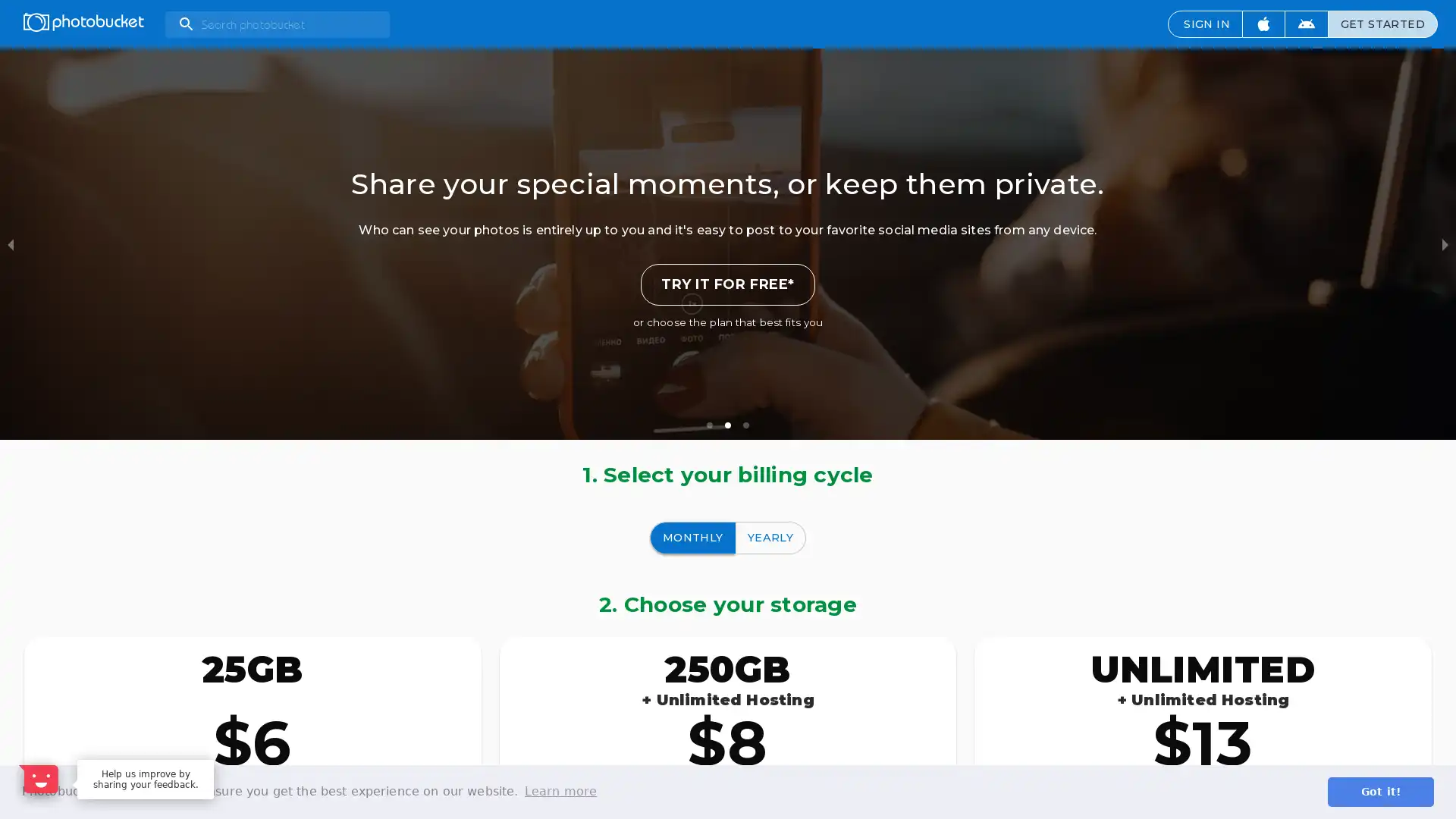 This screenshot has width=1456, height=819. What do you see at coordinates (1380, 791) in the screenshot?
I see `dismiss cookie message` at bounding box center [1380, 791].